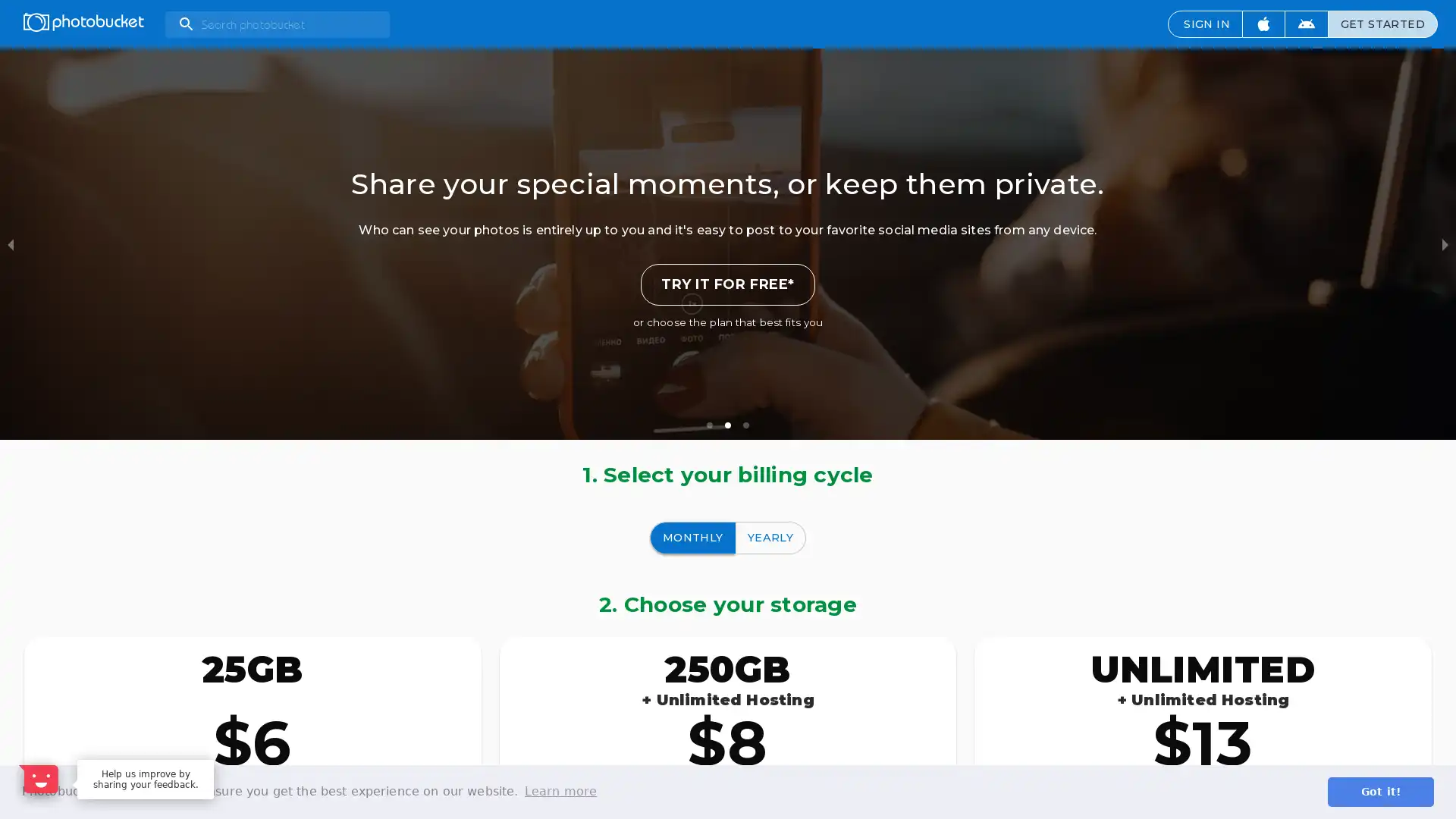 This screenshot has width=1456, height=819. What do you see at coordinates (1380, 791) in the screenshot?
I see `dismiss cookie message` at bounding box center [1380, 791].